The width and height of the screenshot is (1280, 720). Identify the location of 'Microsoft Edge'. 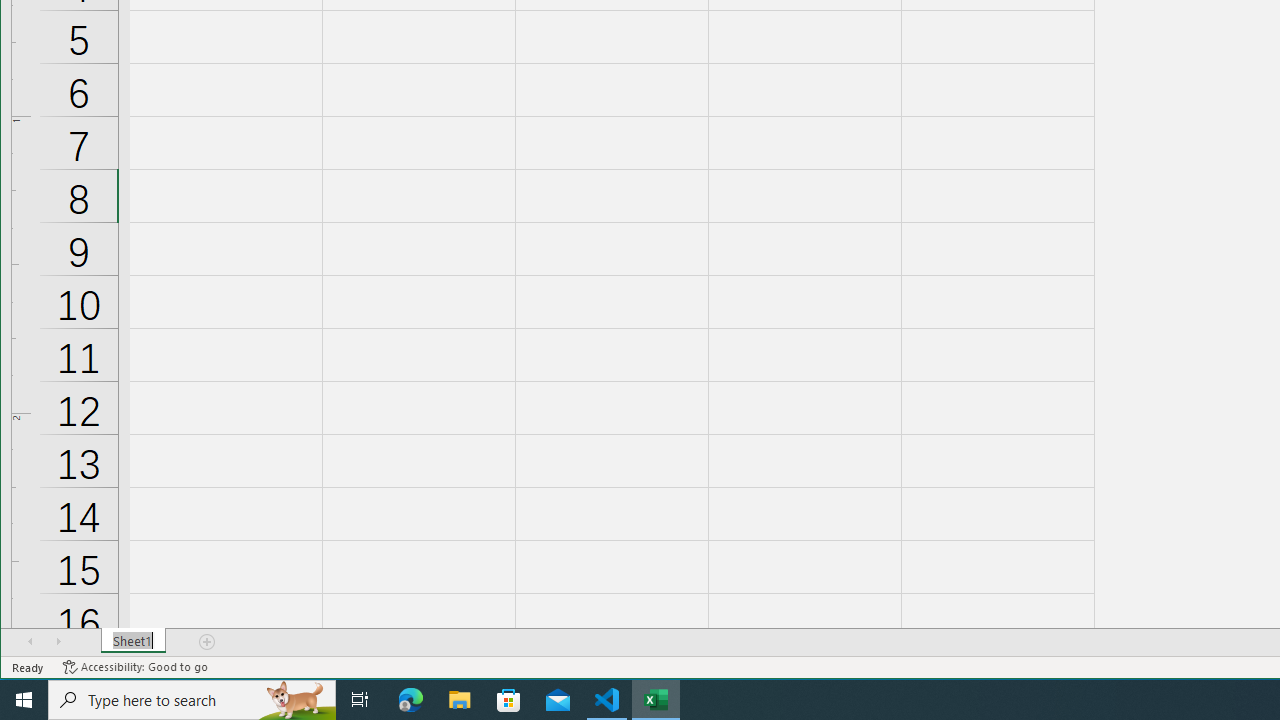
(410, 698).